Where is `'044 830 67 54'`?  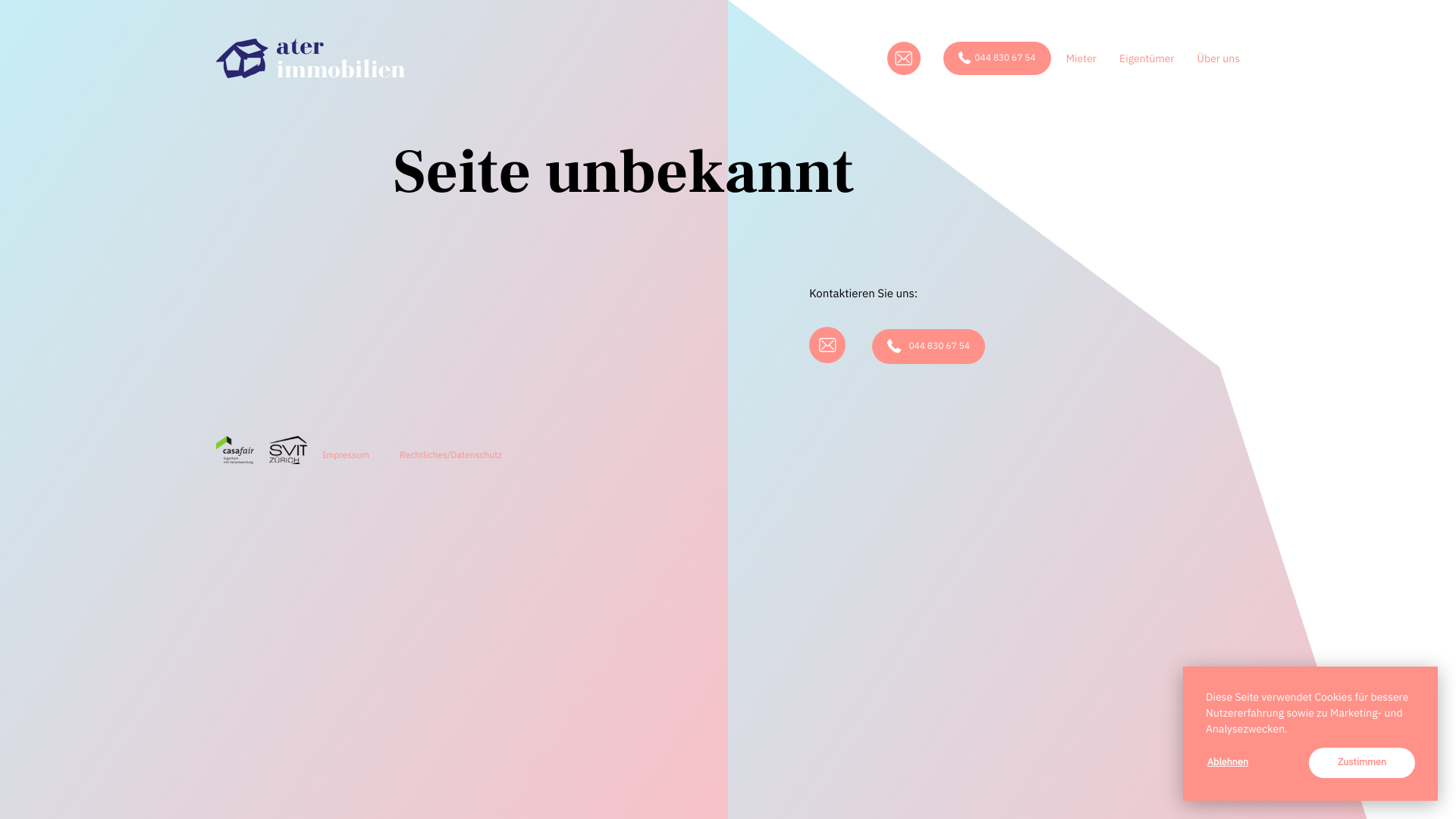
'044 830 67 54' is located at coordinates (942, 57).